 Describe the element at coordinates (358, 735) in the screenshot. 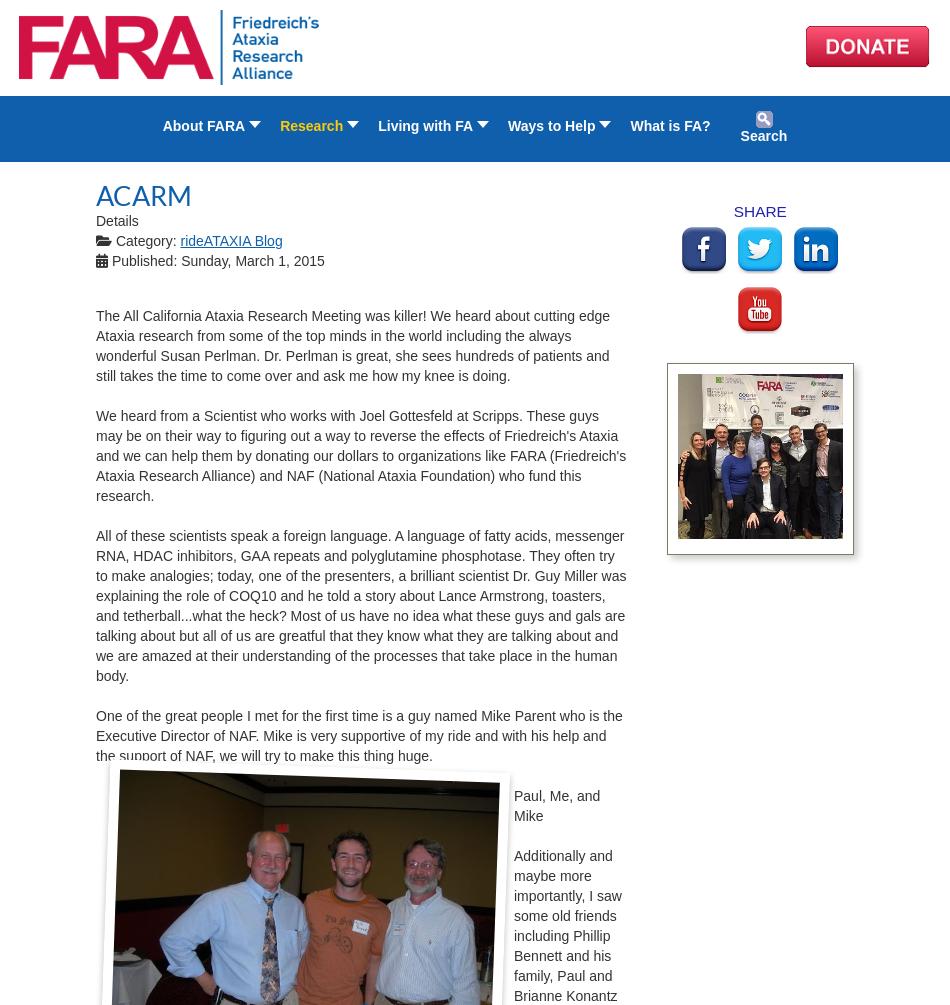

I see `'One of the great people I met for the first time is a guy named Mike Parent who is the Executive Director of NAF. Mike is very supportive of my ride and with his help and the support of NAF, we will try to make this thing huge.'` at that location.